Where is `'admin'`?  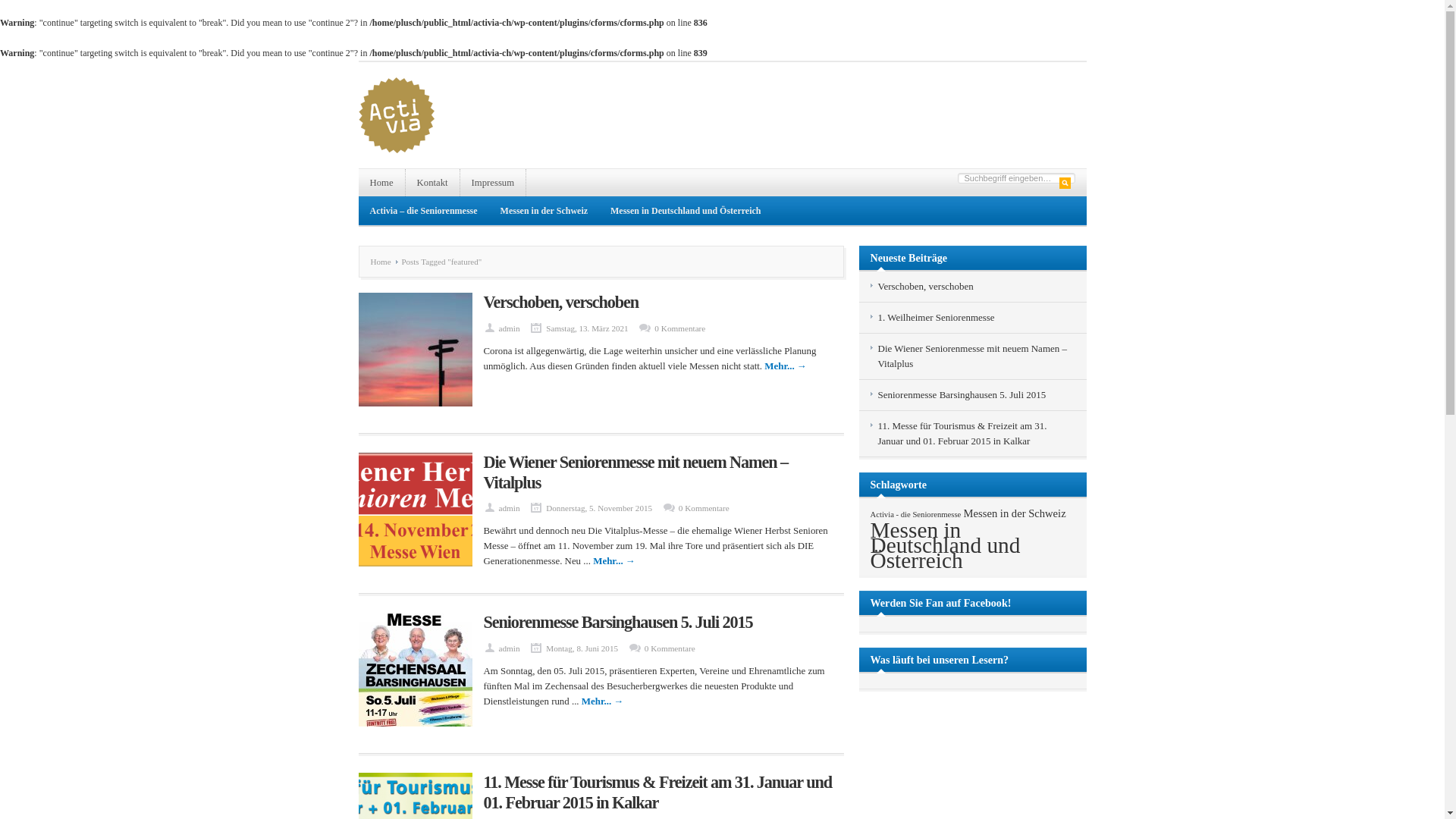
'admin' is located at coordinates (498, 648).